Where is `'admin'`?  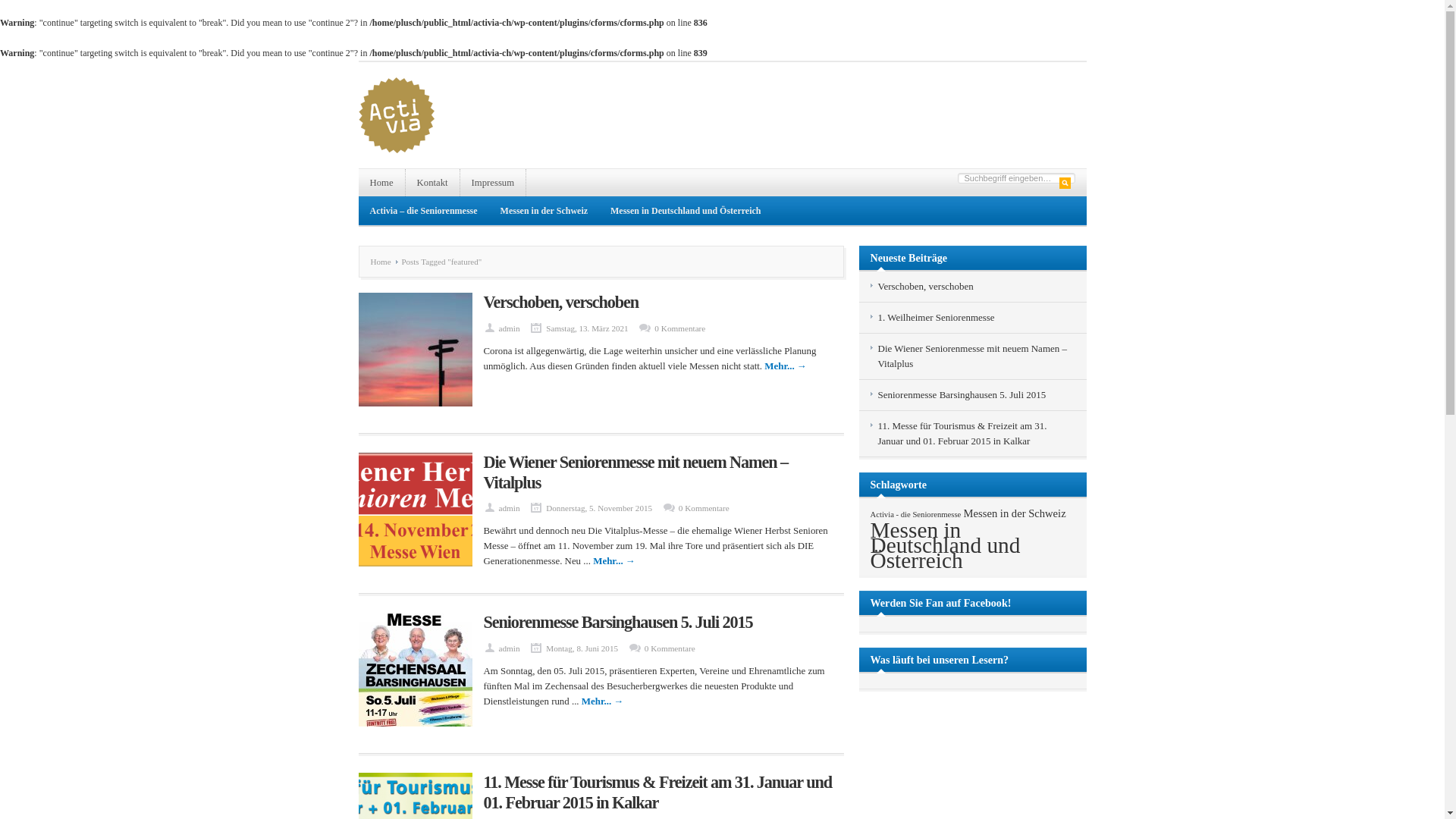
'admin' is located at coordinates (498, 648).